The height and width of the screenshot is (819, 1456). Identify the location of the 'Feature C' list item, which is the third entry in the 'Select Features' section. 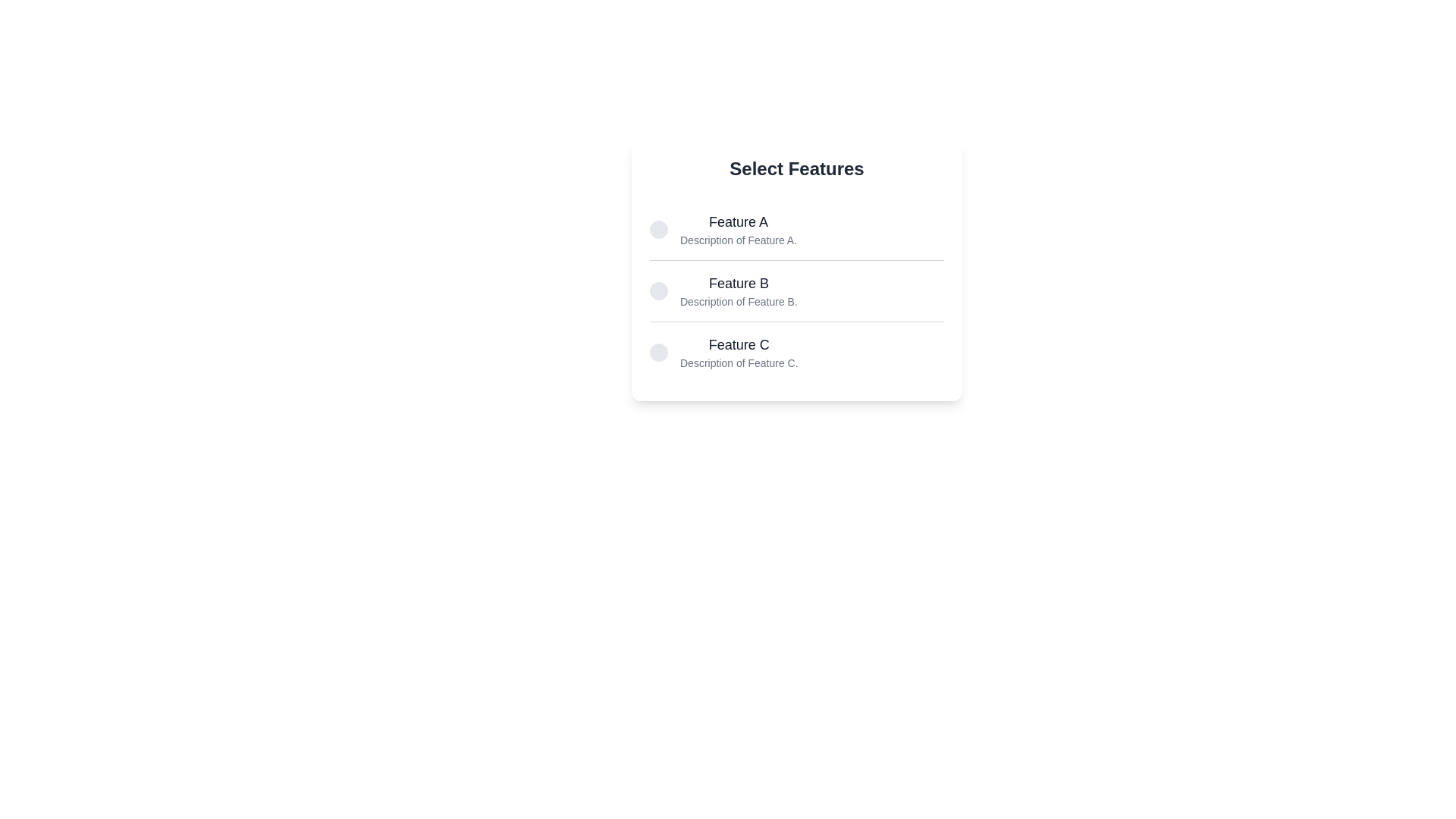
(796, 351).